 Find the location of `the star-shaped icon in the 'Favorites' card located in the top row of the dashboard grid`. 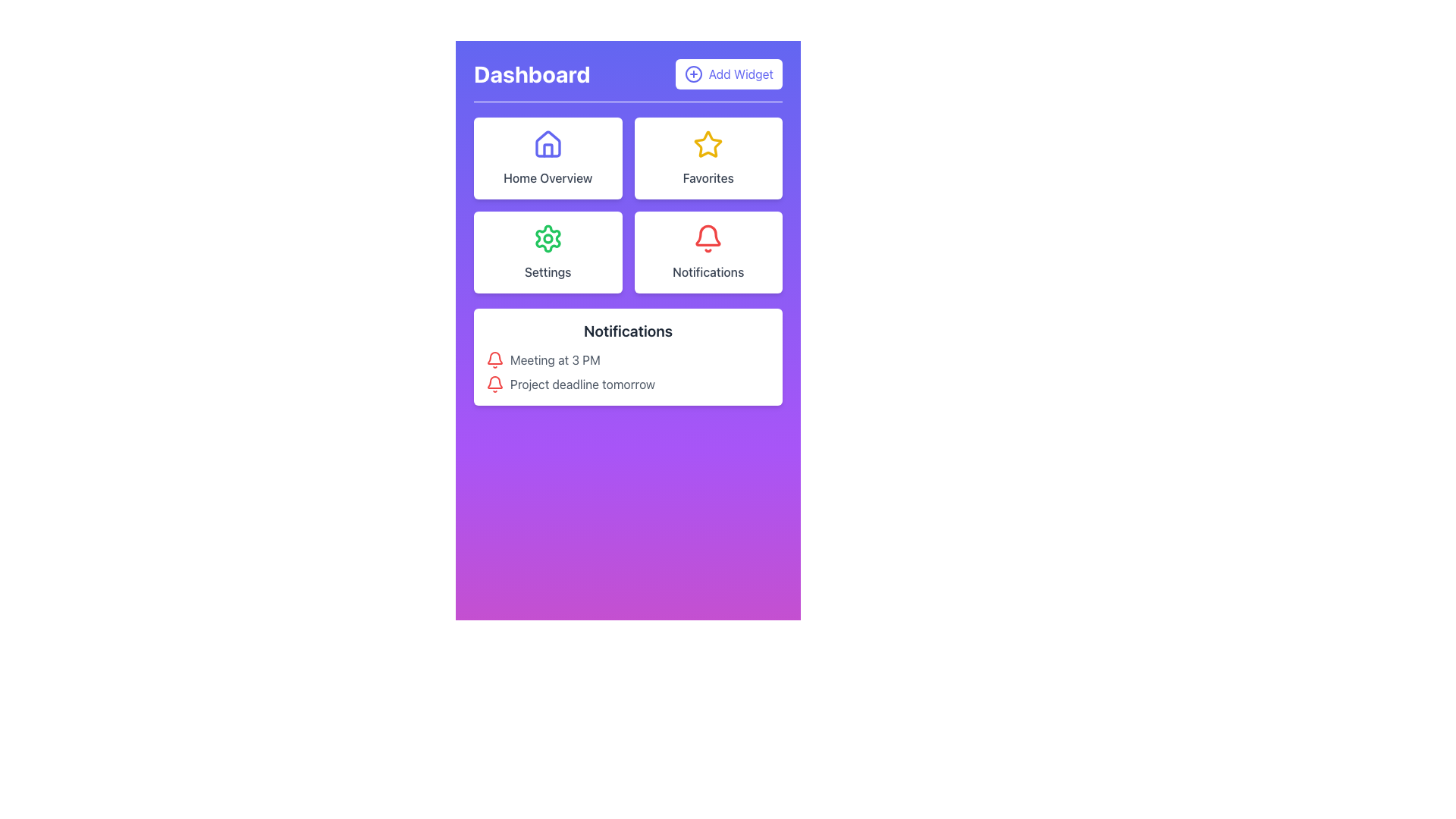

the star-shaped icon in the 'Favorites' card located in the top row of the dashboard grid is located at coordinates (708, 145).